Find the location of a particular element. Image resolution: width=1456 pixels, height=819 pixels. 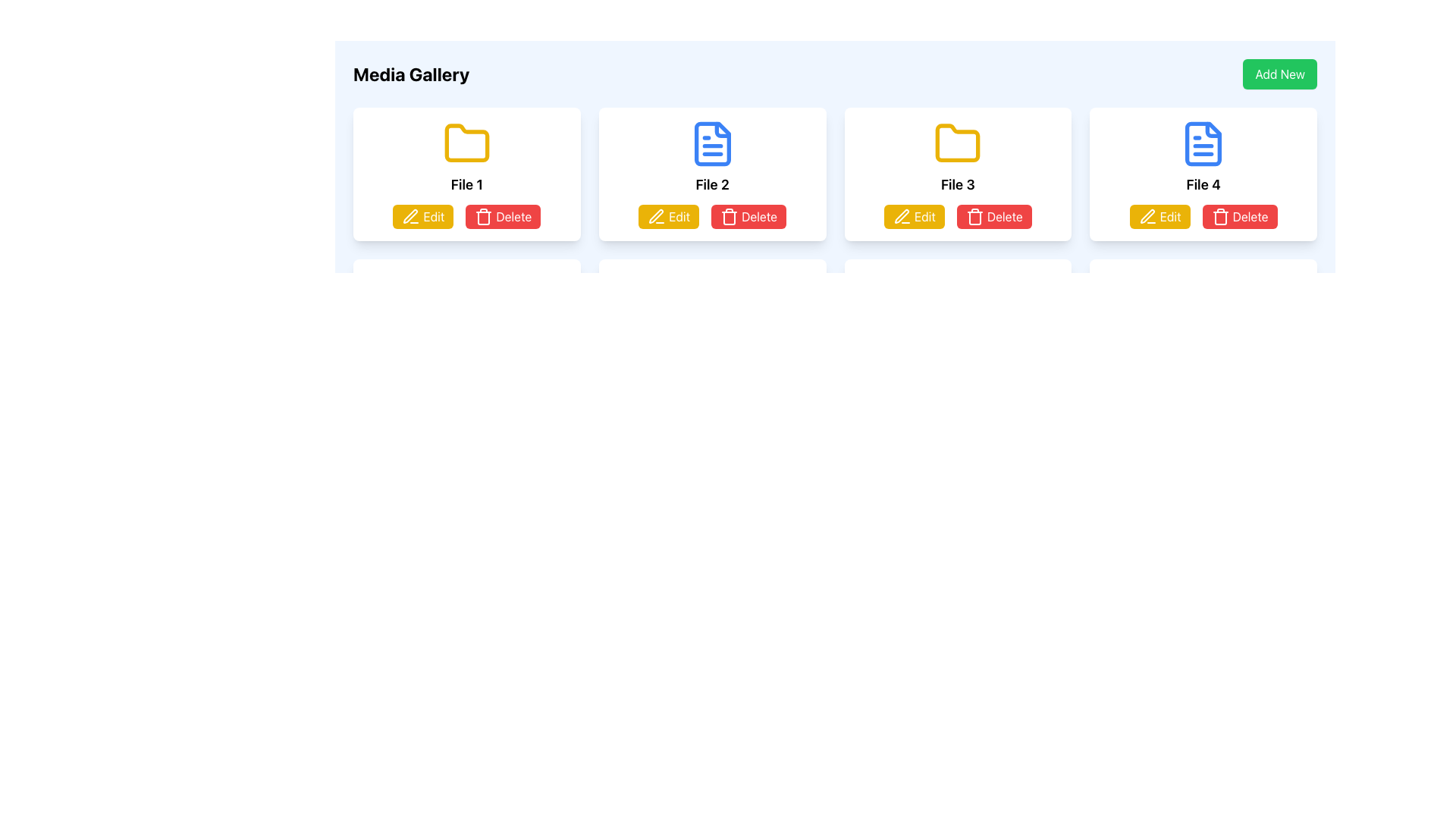

the trash bin icon in the 'Delete' button located in the fourth media card is located at coordinates (1220, 216).